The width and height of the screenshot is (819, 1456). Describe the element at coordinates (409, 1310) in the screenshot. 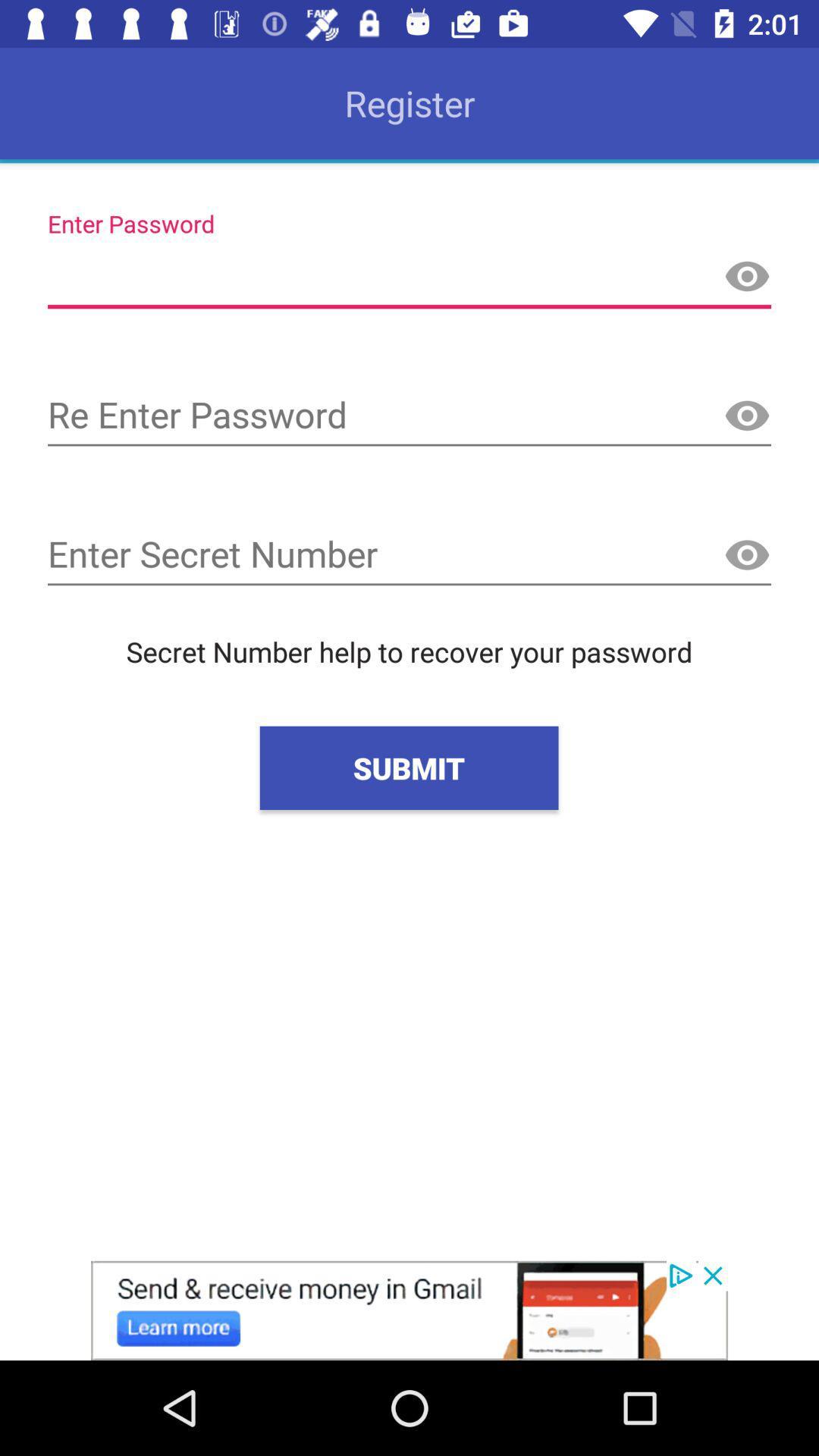

I see `advertisement` at that location.